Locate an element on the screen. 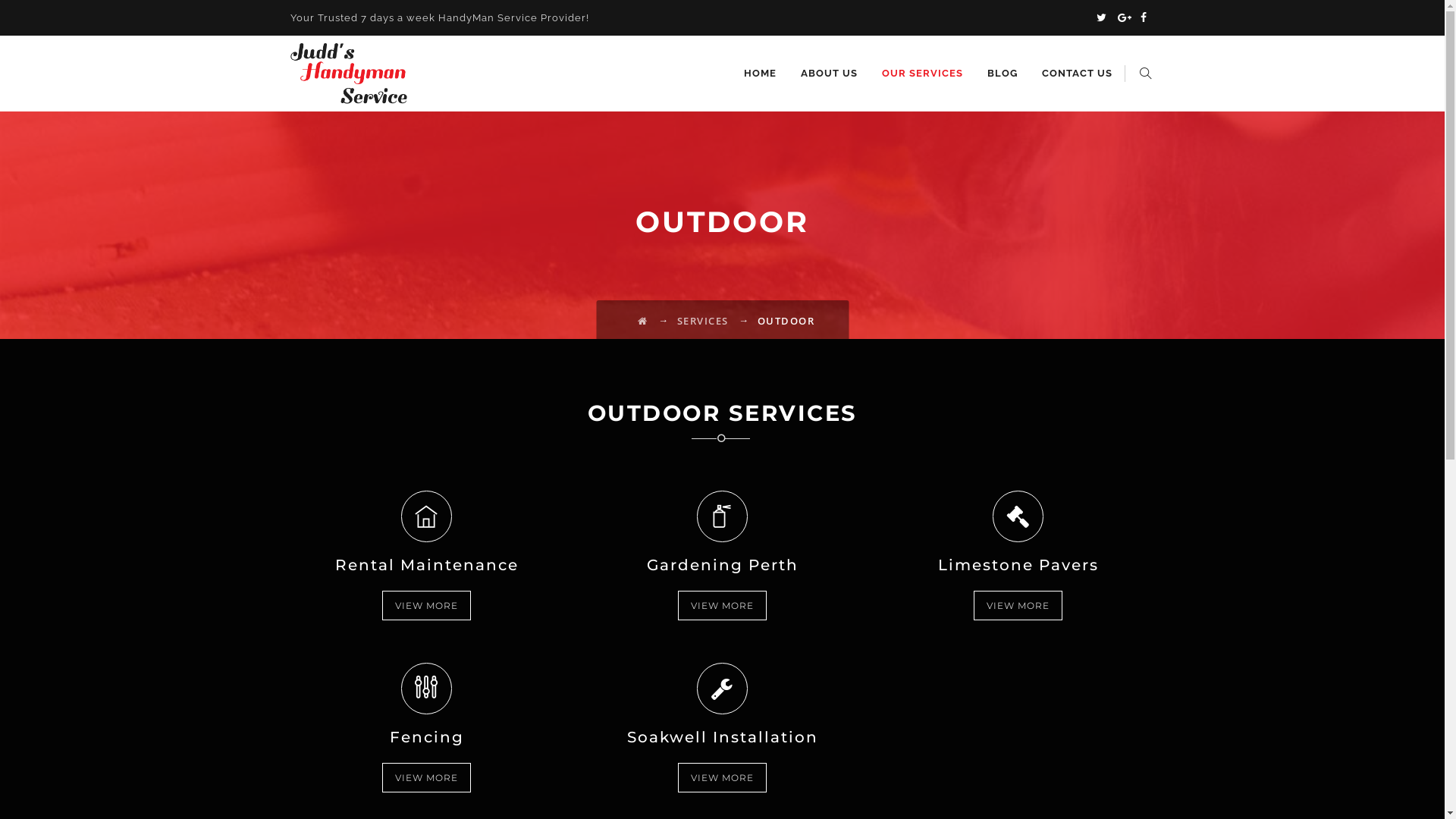 The image size is (1456, 819). 'BLOG' is located at coordinates (1002, 73).